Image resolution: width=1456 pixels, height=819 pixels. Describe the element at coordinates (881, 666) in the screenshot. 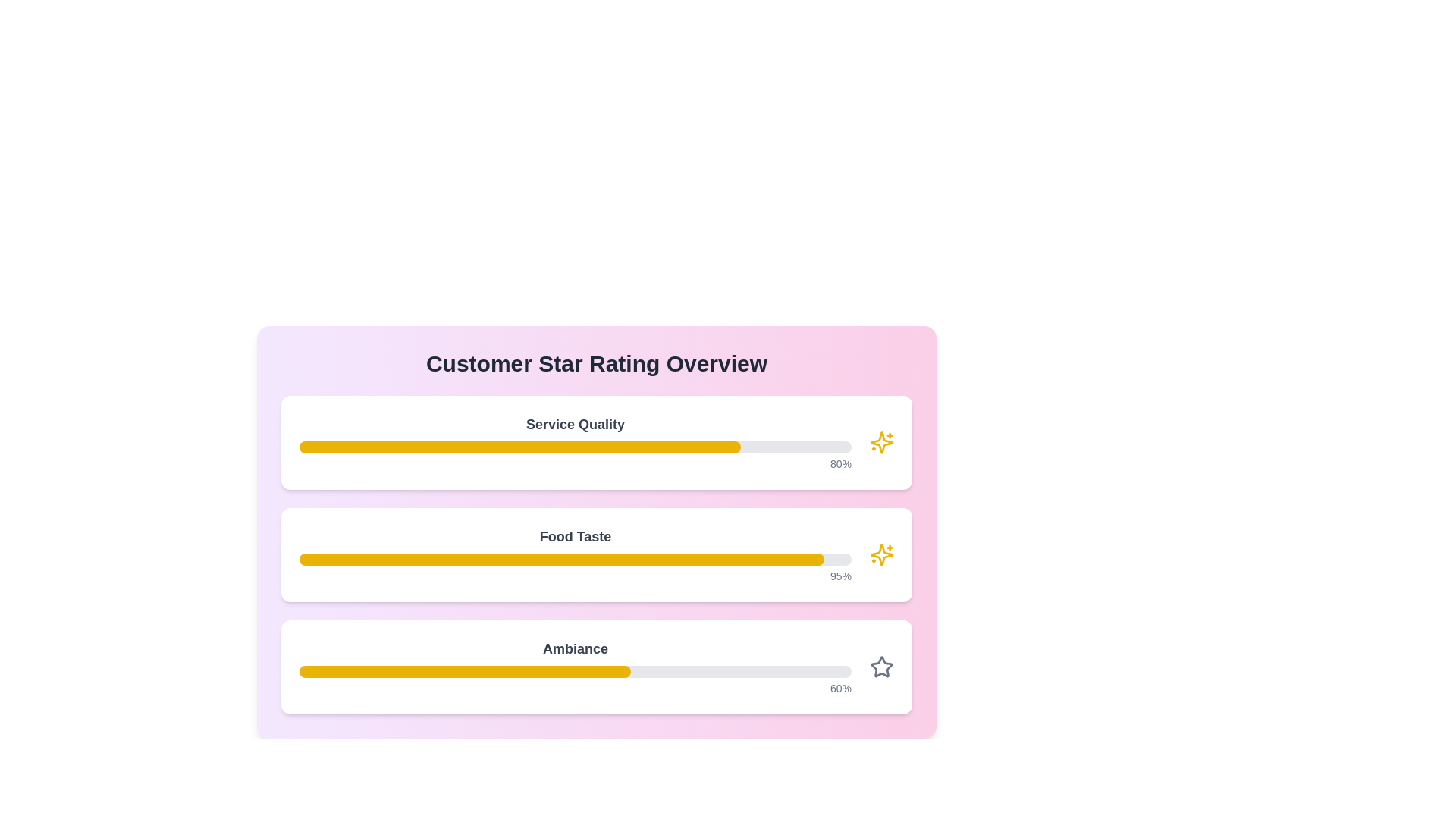

I see `the star icon outlined in gray, representing a favorite or rating symbol, located at the far right end of the 'Ambiance' rating bar component` at that location.